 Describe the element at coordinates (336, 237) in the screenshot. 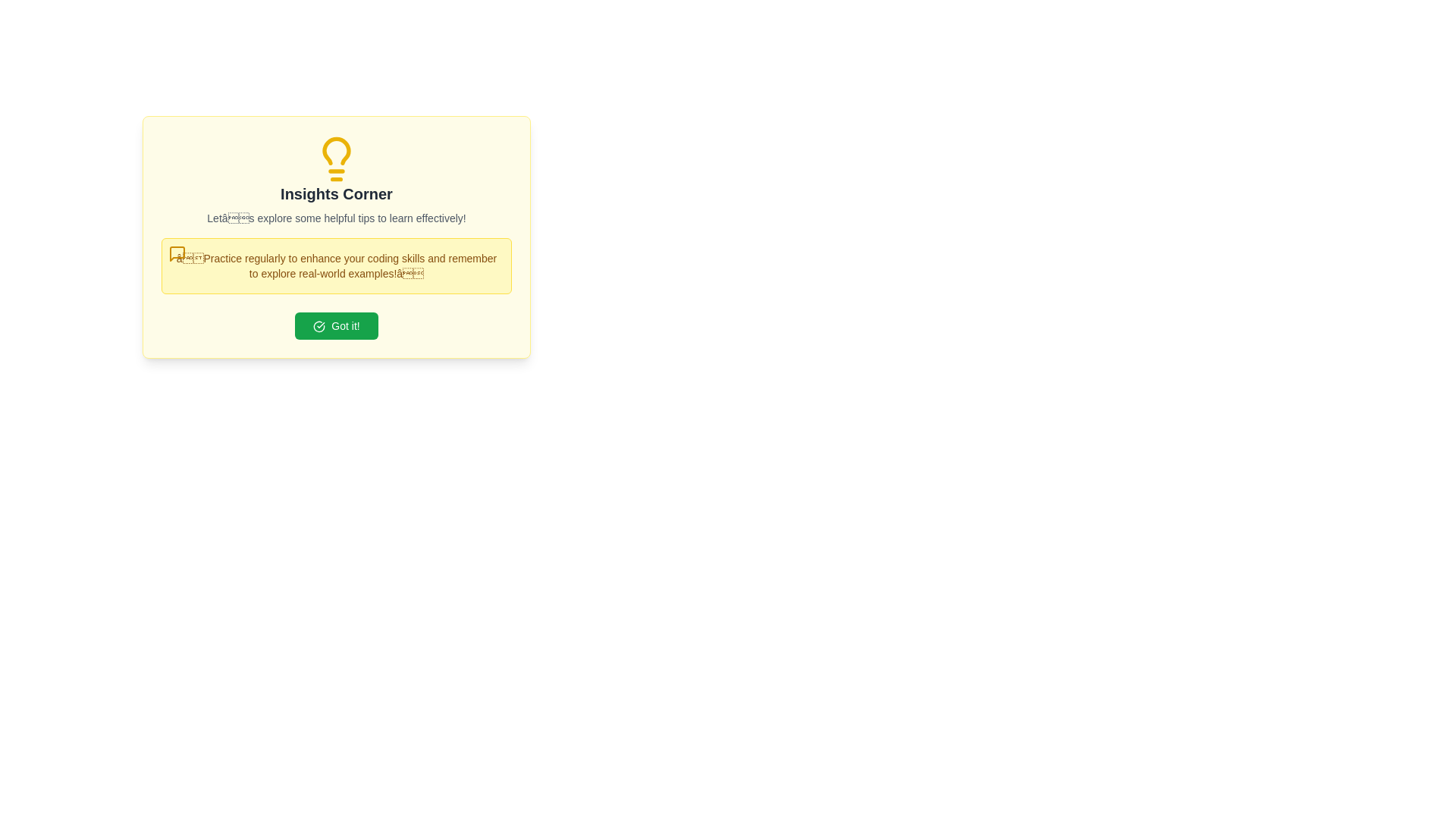

I see `the Informational Section located centrally below the title 'Insights Corner' and above the green 'Got it!' button` at that location.